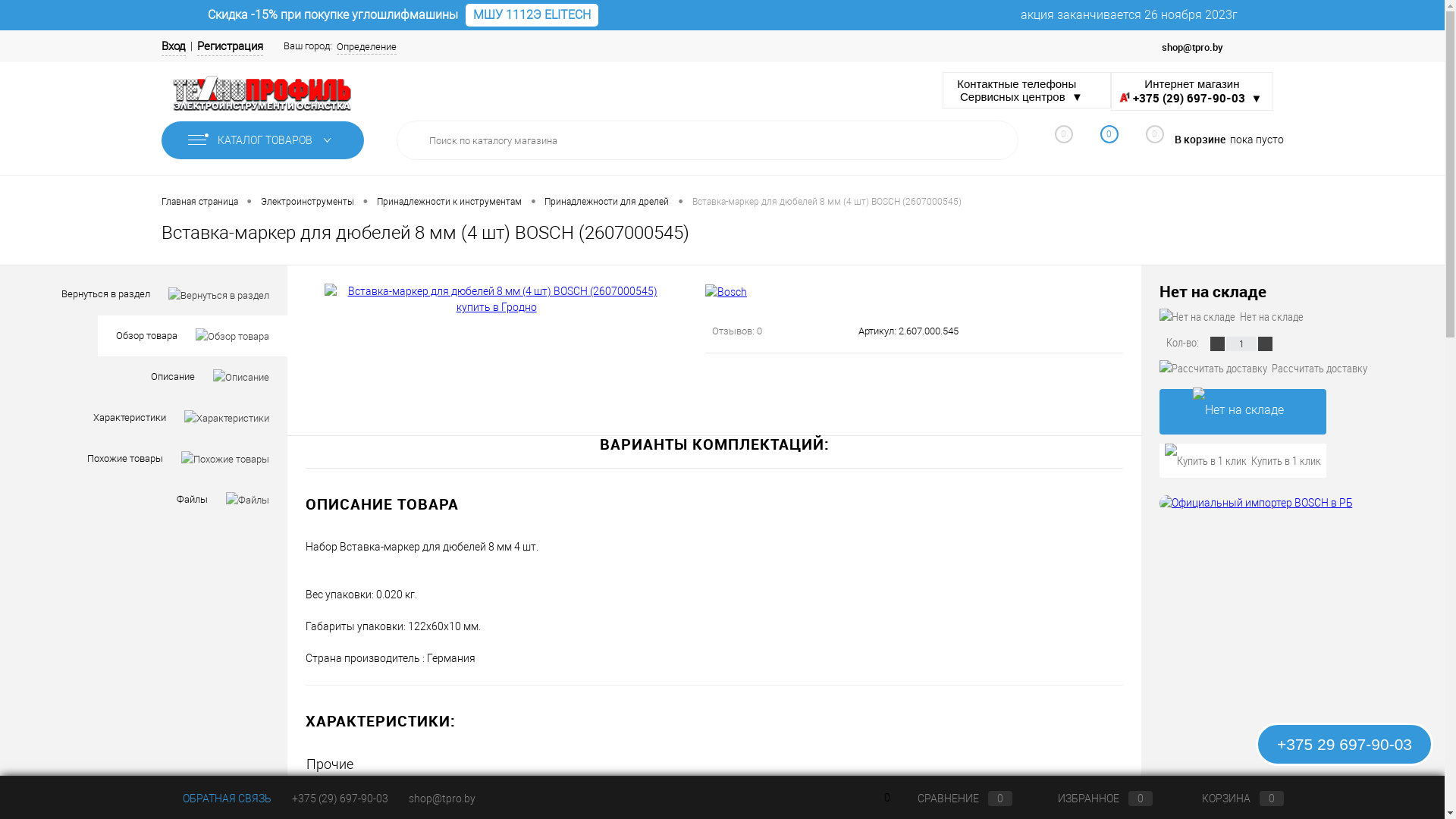 The height and width of the screenshot is (819, 1456). Describe the element at coordinates (1119, 96) in the screenshot. I see `'200px-A1_Logo_Red.jpg'` at that location.